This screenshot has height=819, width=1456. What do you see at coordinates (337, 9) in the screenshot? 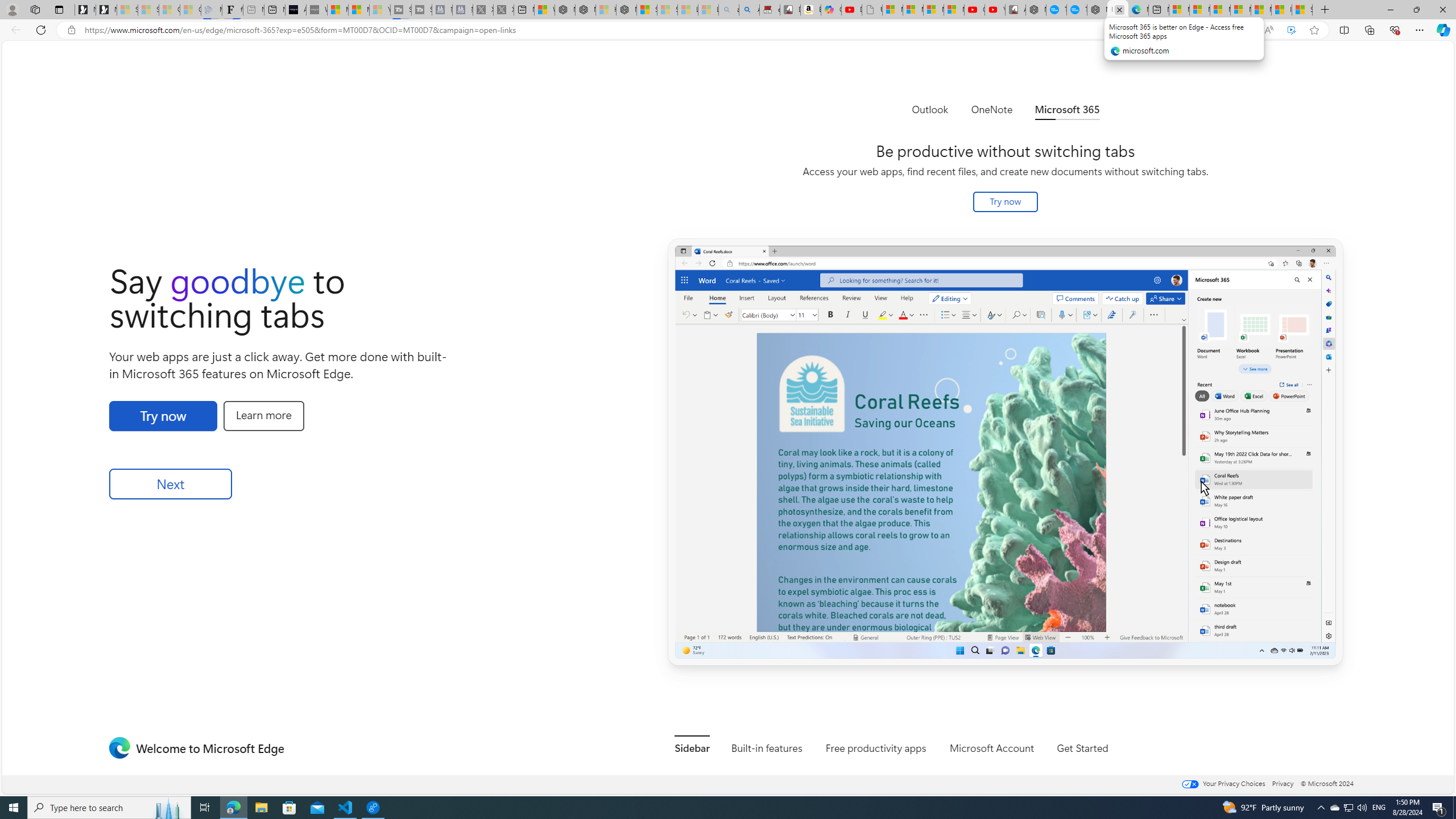
I see `'Microsoft Start Sports'` at bounding box center [337, 9].